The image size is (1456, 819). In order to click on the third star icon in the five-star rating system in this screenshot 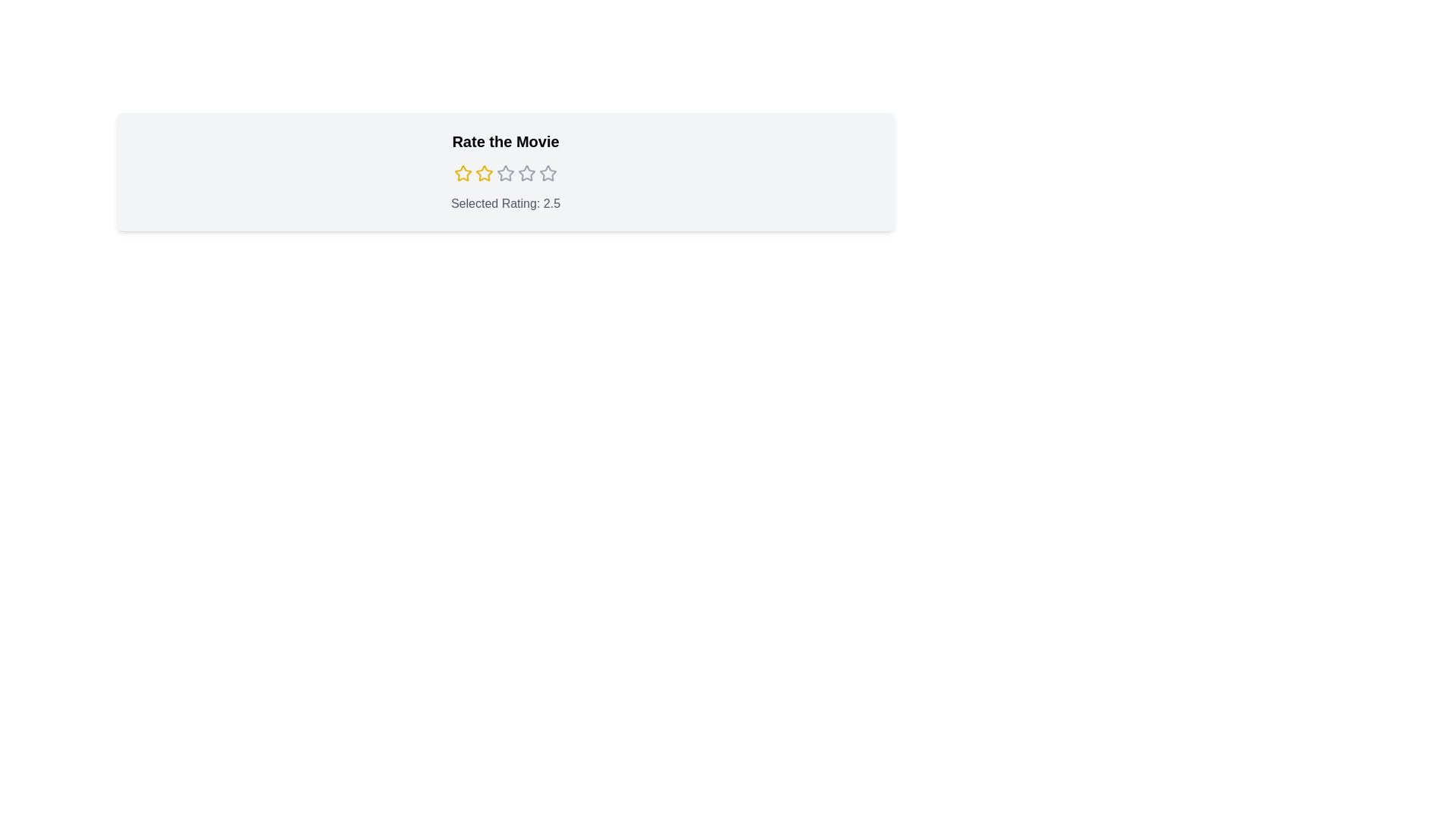, I will do `click(506, 172)`.